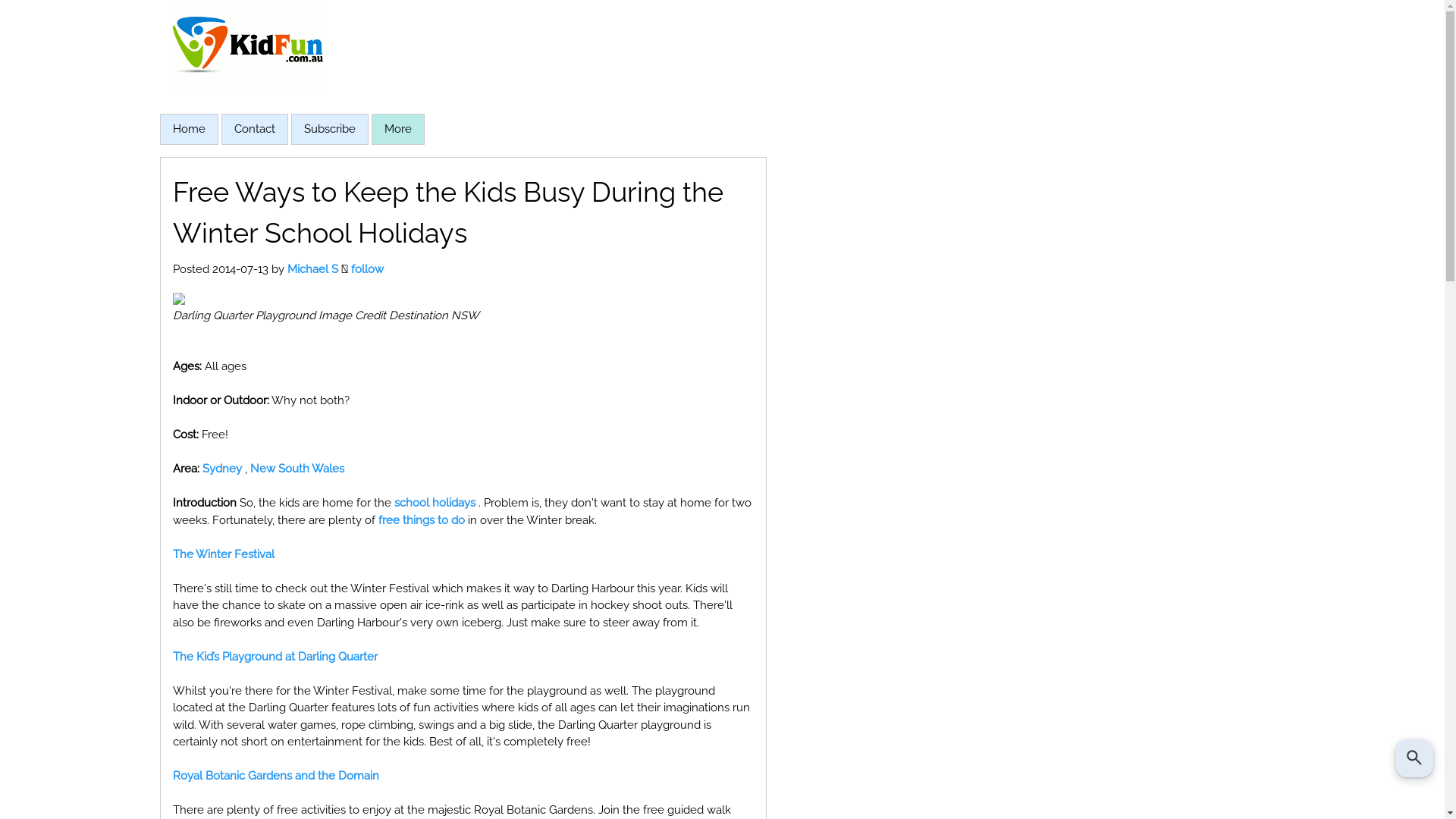  I want to click on 'school holidays', so click(434, 503).